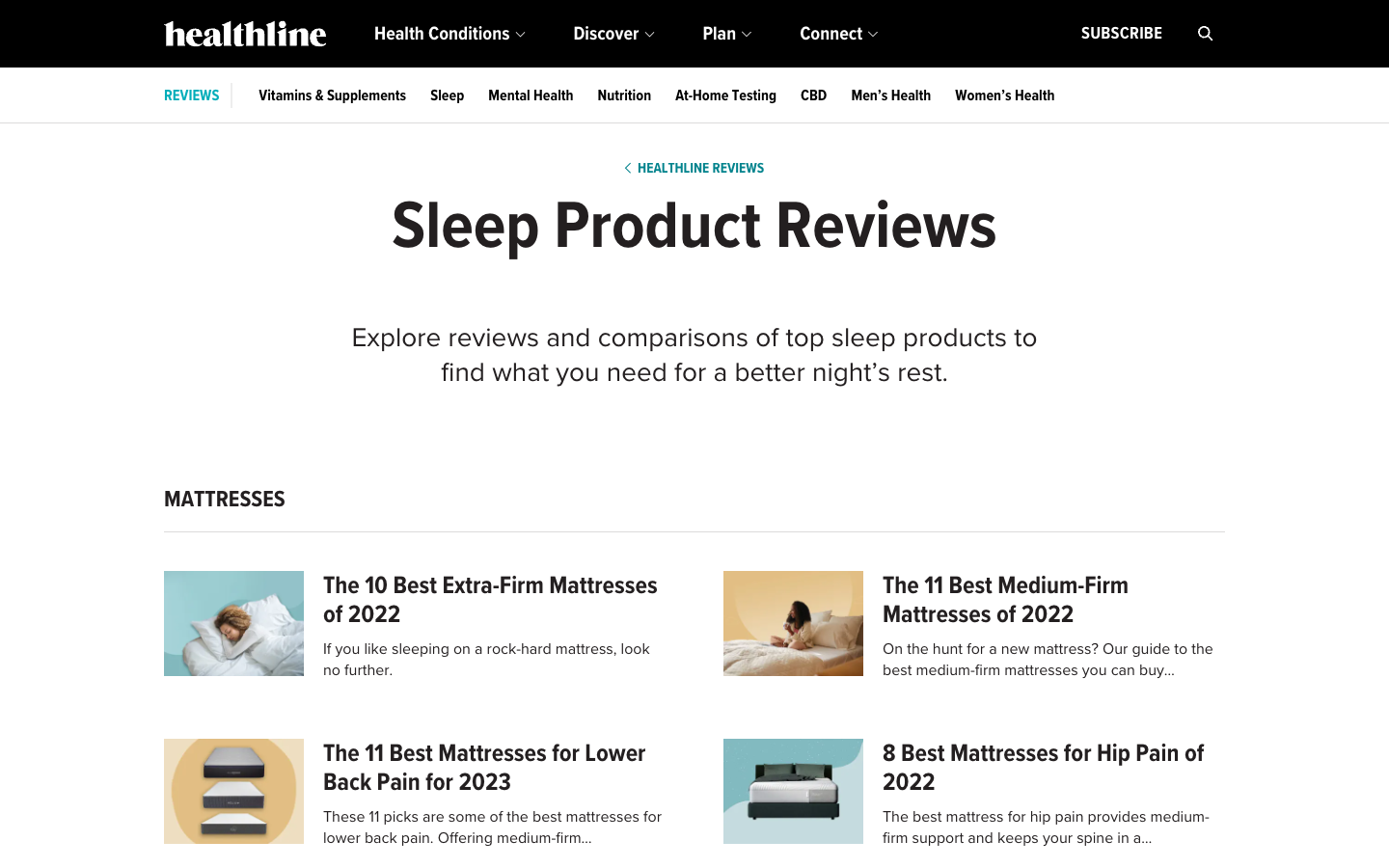 The height and width of the screenshot is (868, 1389). I want to click on Search for mattresses using the search bar, so click(1205, 33).